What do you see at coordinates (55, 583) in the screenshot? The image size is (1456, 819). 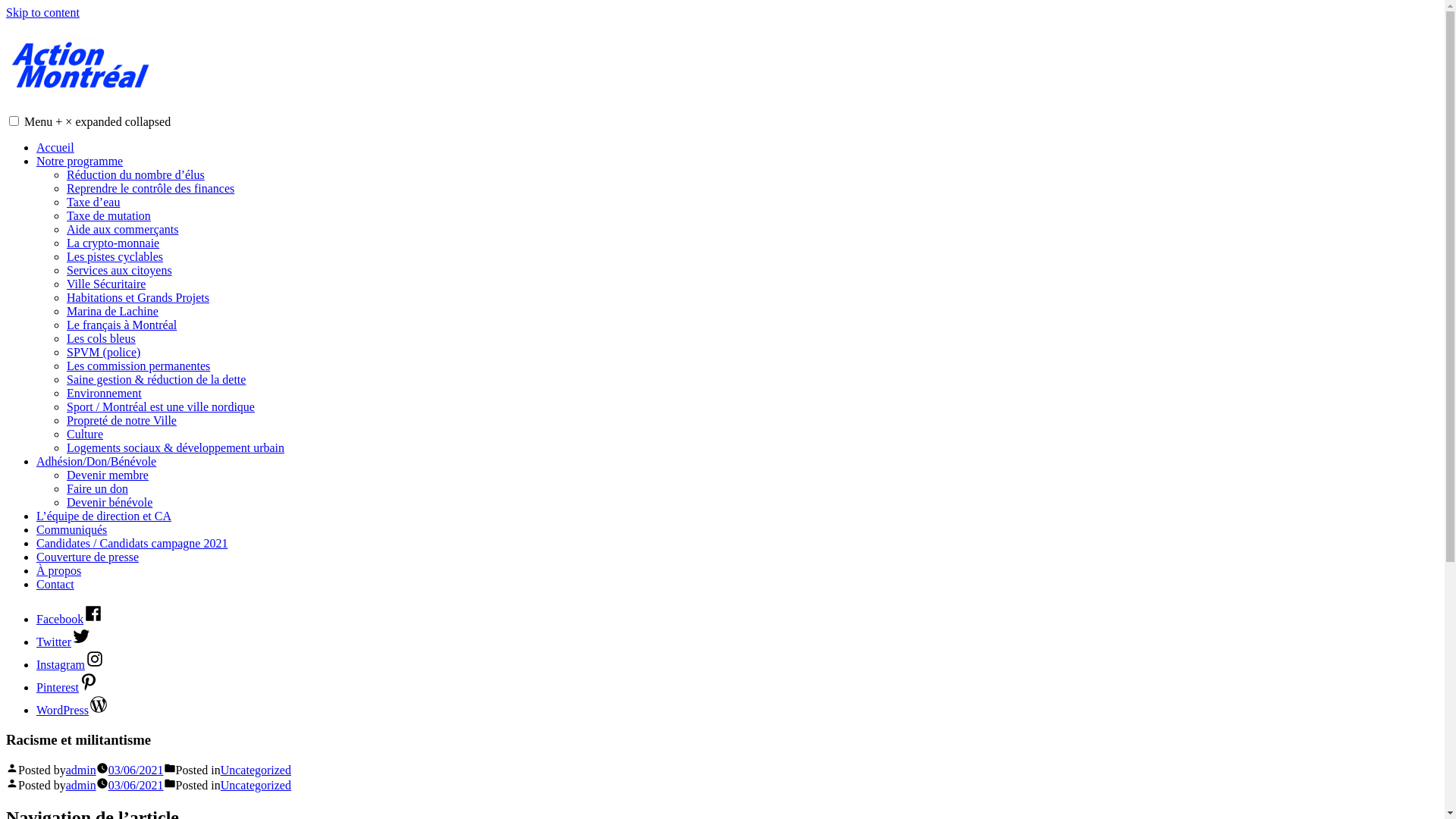 I see `'Contact'` at bounding box center [55, 583].